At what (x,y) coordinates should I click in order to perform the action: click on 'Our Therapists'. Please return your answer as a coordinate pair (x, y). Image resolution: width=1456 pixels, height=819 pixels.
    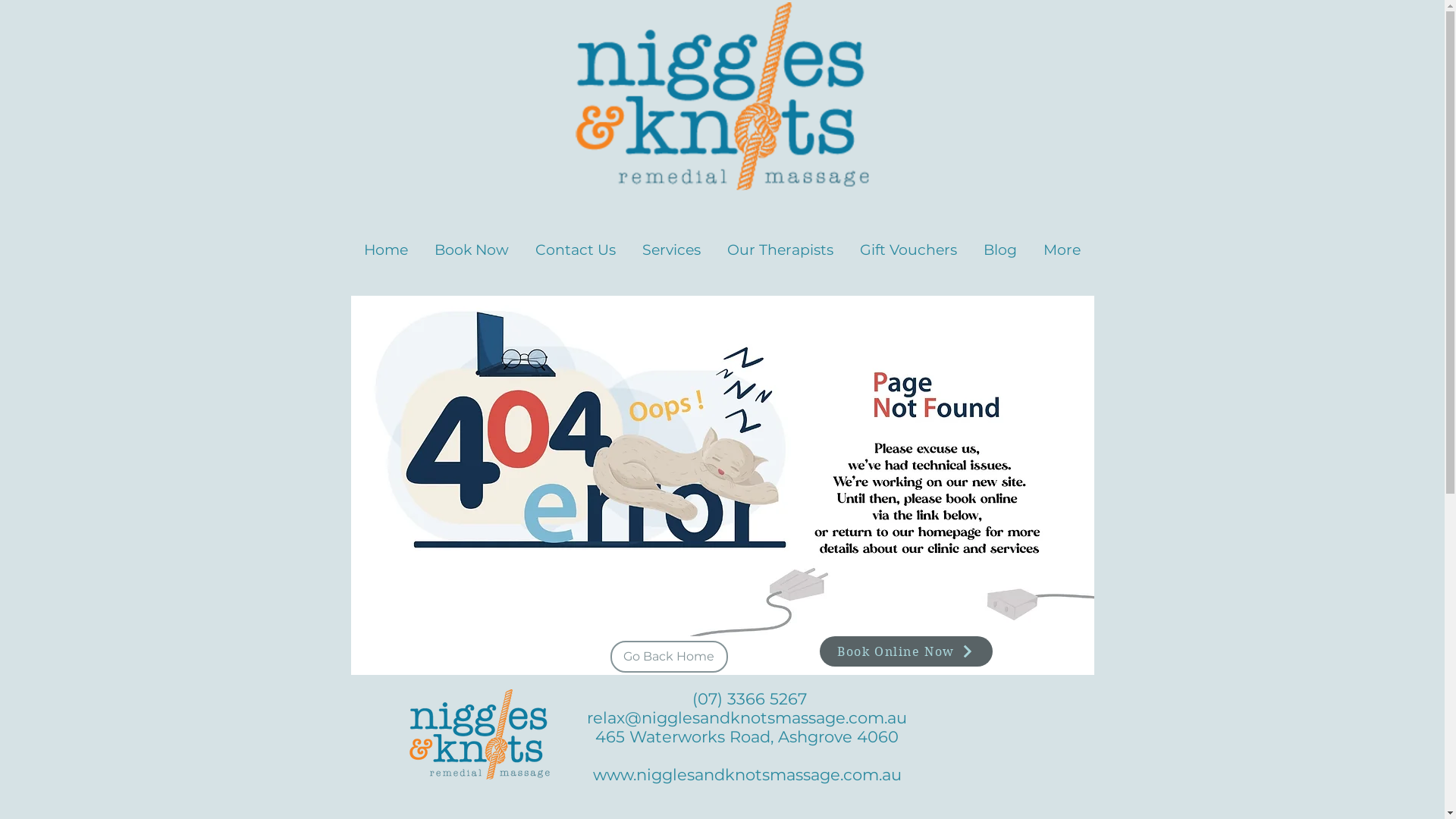
    Looking at the image, I should click on (713, 242).